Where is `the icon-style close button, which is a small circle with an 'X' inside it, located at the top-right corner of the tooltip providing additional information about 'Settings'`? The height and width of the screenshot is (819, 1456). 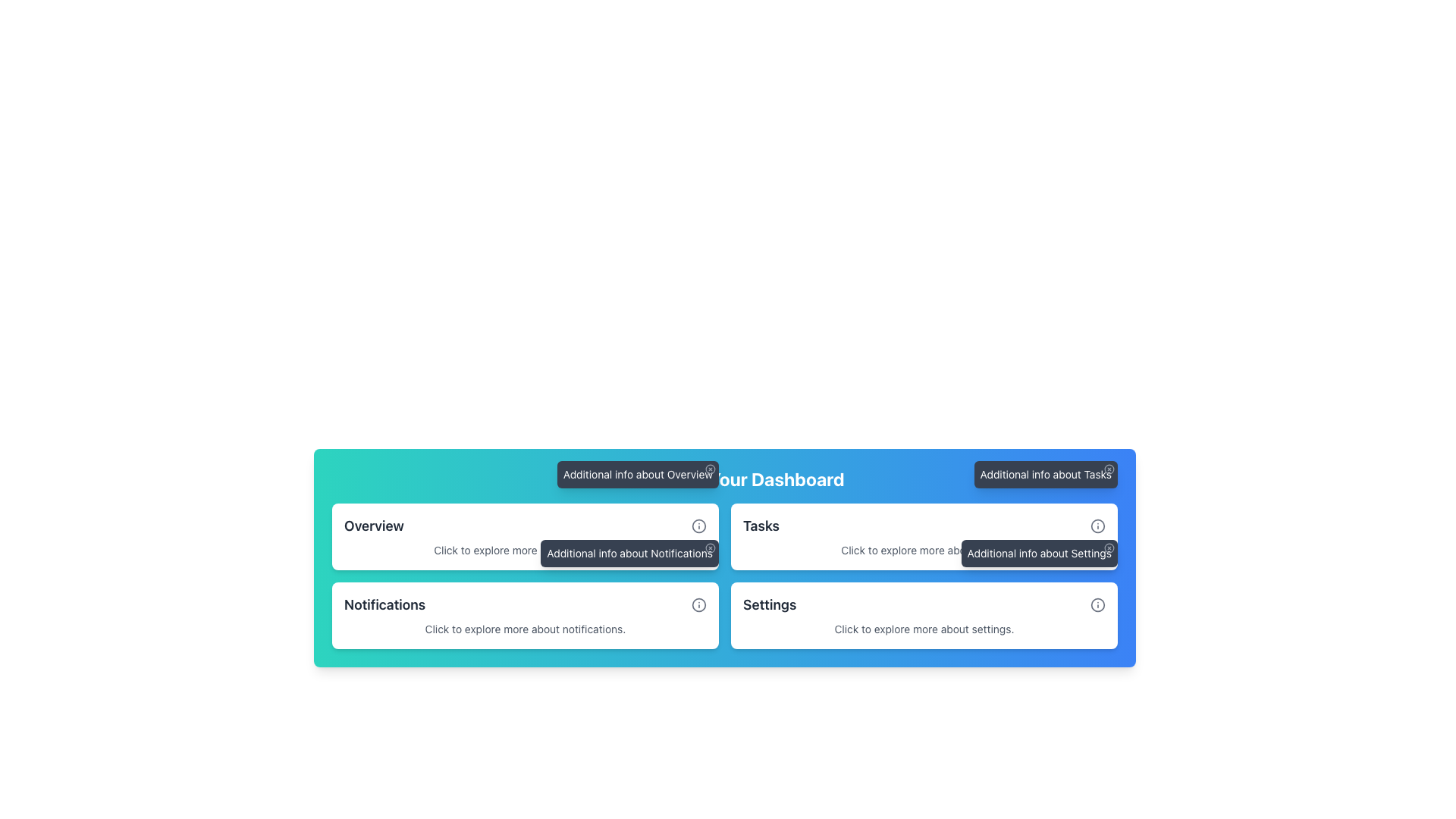
the icon-style close button, which is a small circle with an 'X' inside it, located at the top-right corner of the tooltip providing additional information about 'Settings' is located at coordinates (1109, 548).